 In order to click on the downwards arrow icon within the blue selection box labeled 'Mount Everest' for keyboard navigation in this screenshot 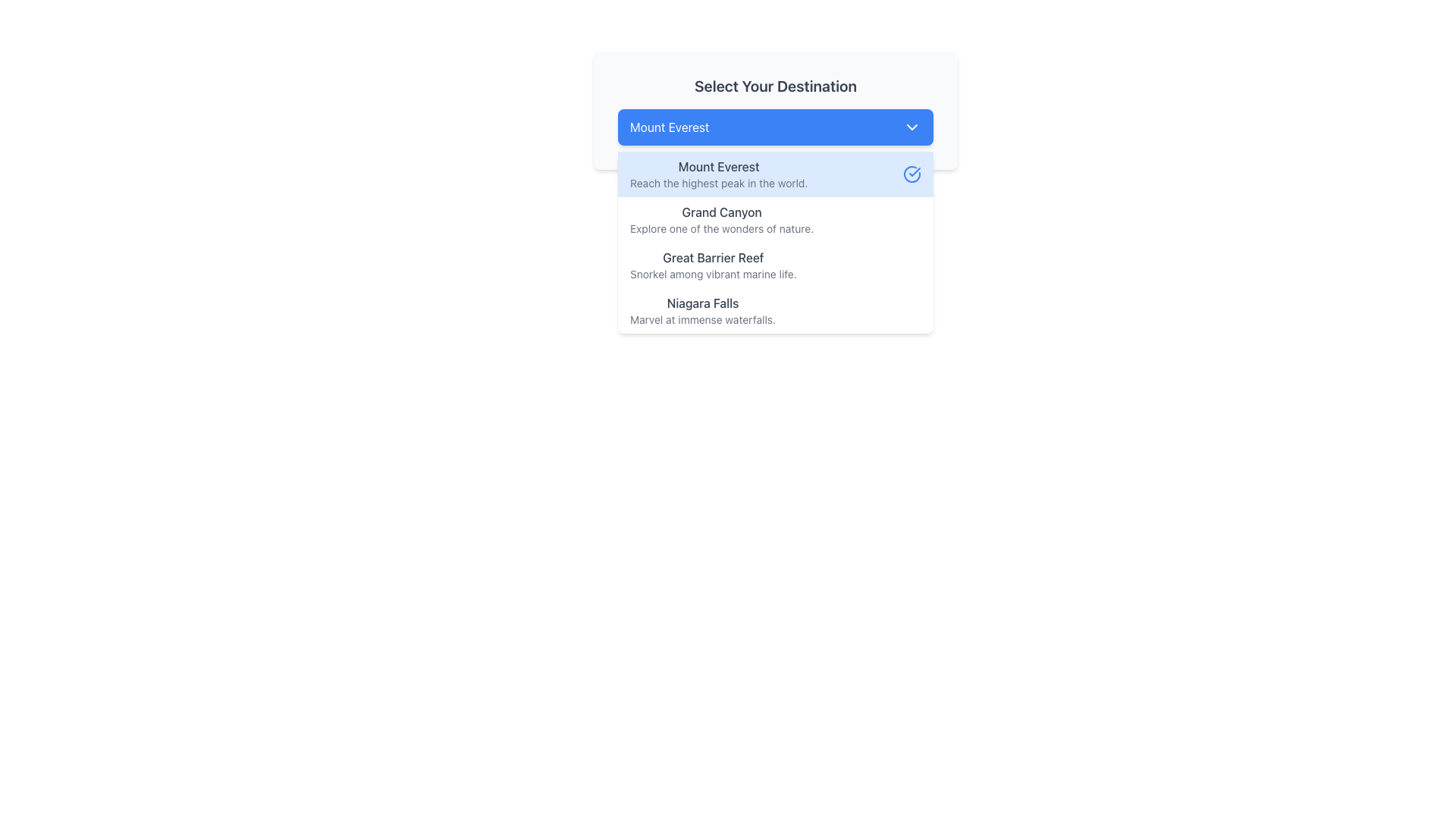, I will do `click(912, 127)`.